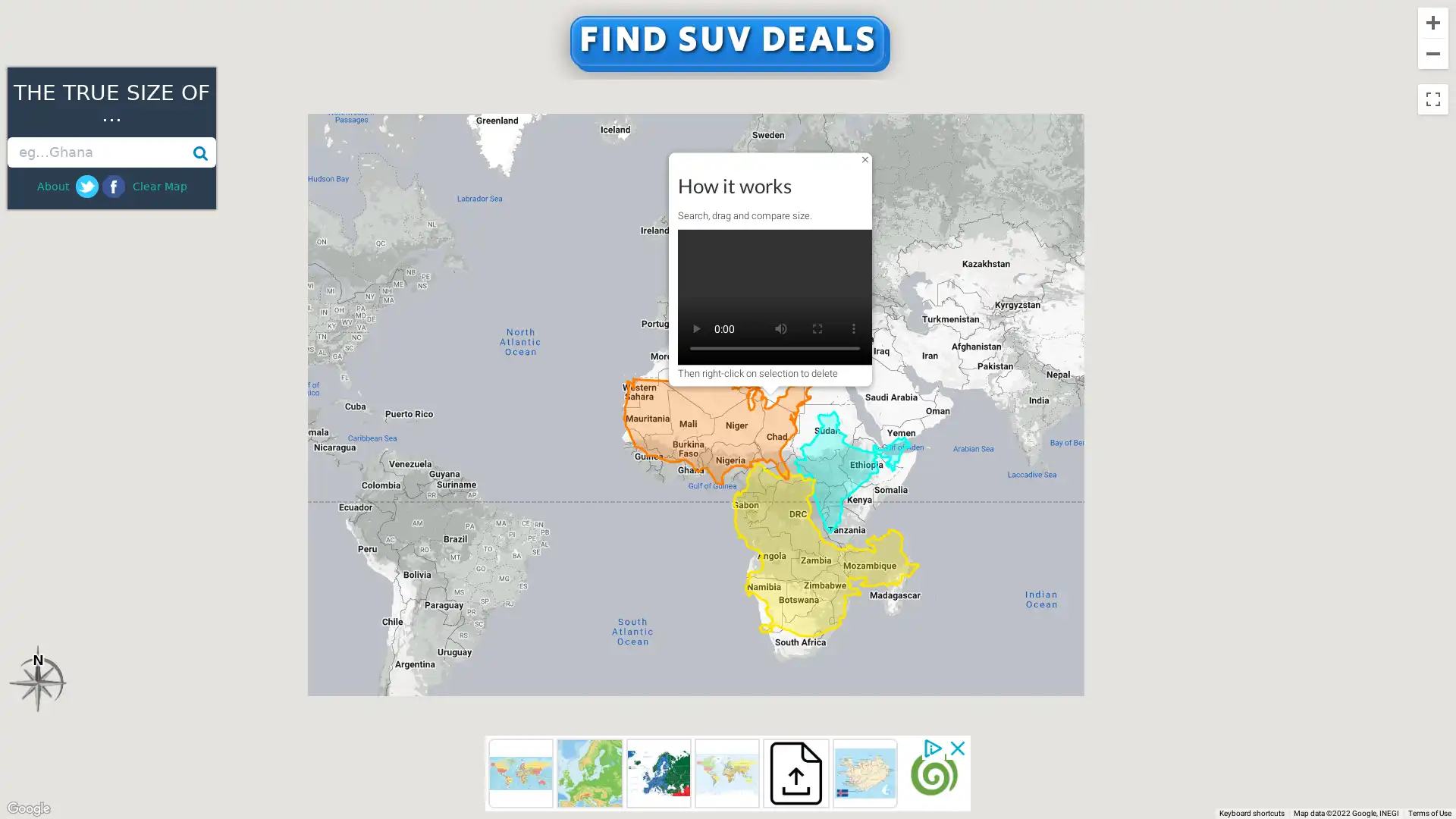  Describe the element at coordinates (1432, 23) in the screenshot. I see `Zoom in` at that location.